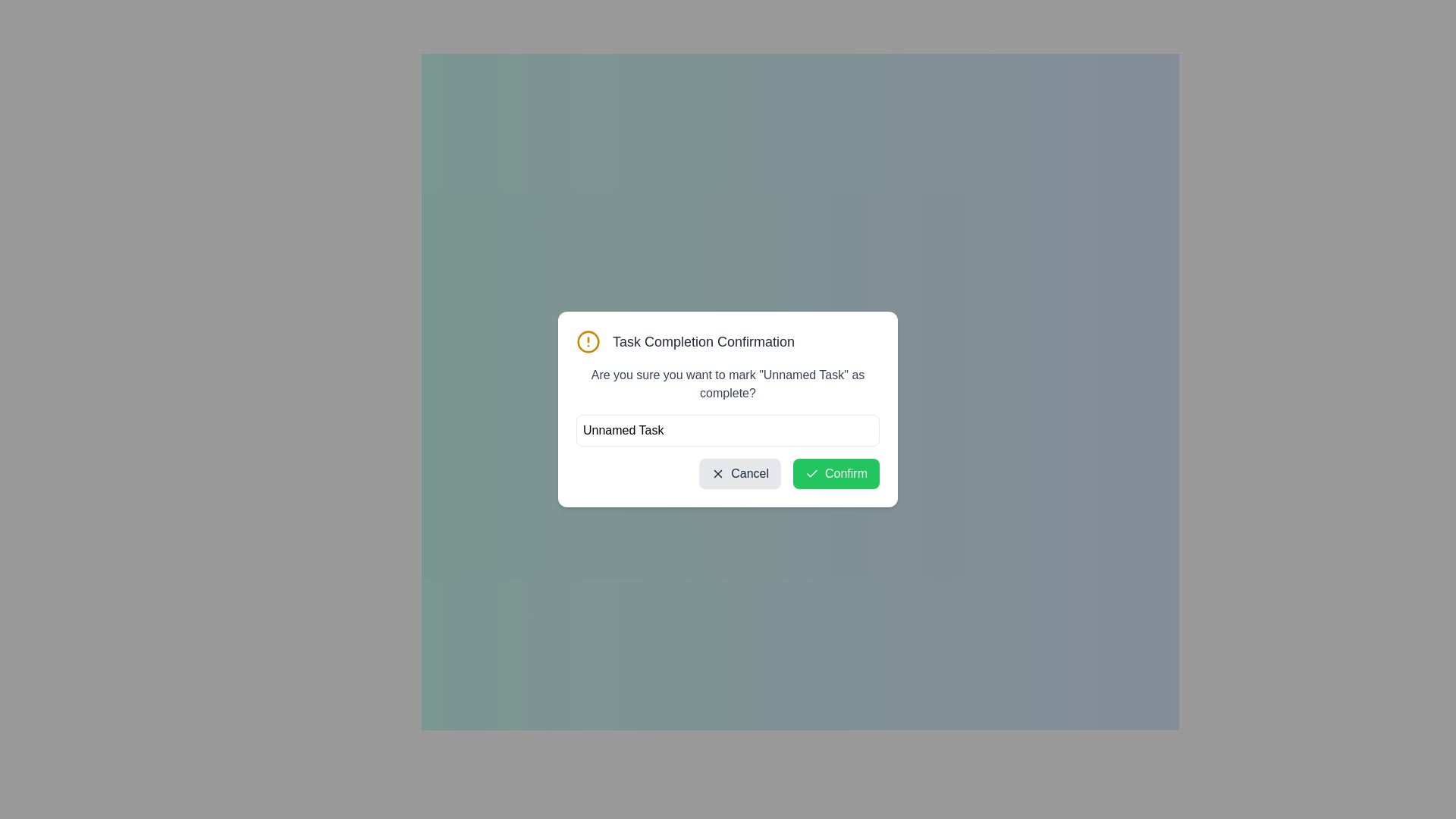 This screenshot has height=819, width=1456. What do you see at coordinates (717, 472) in the screenshot?
I see `the 'X' icon located within the 'Cancel' button on the confirmation dialog to reinforce the action of cancelling or closing` at bounding box center [717, 472].